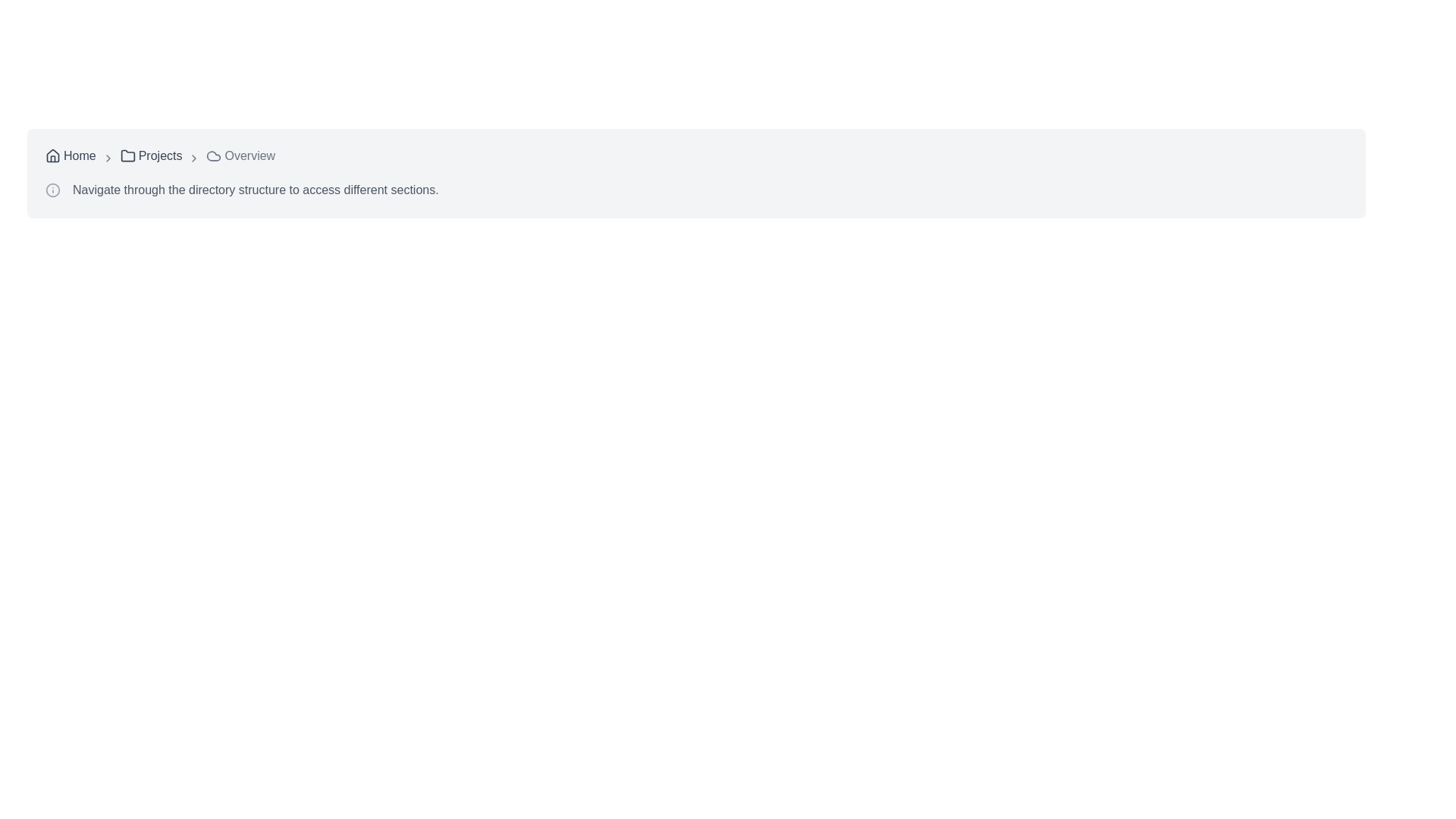  I want to click on the first clickable text in the breadcrumb navigation, so click(70, 158).